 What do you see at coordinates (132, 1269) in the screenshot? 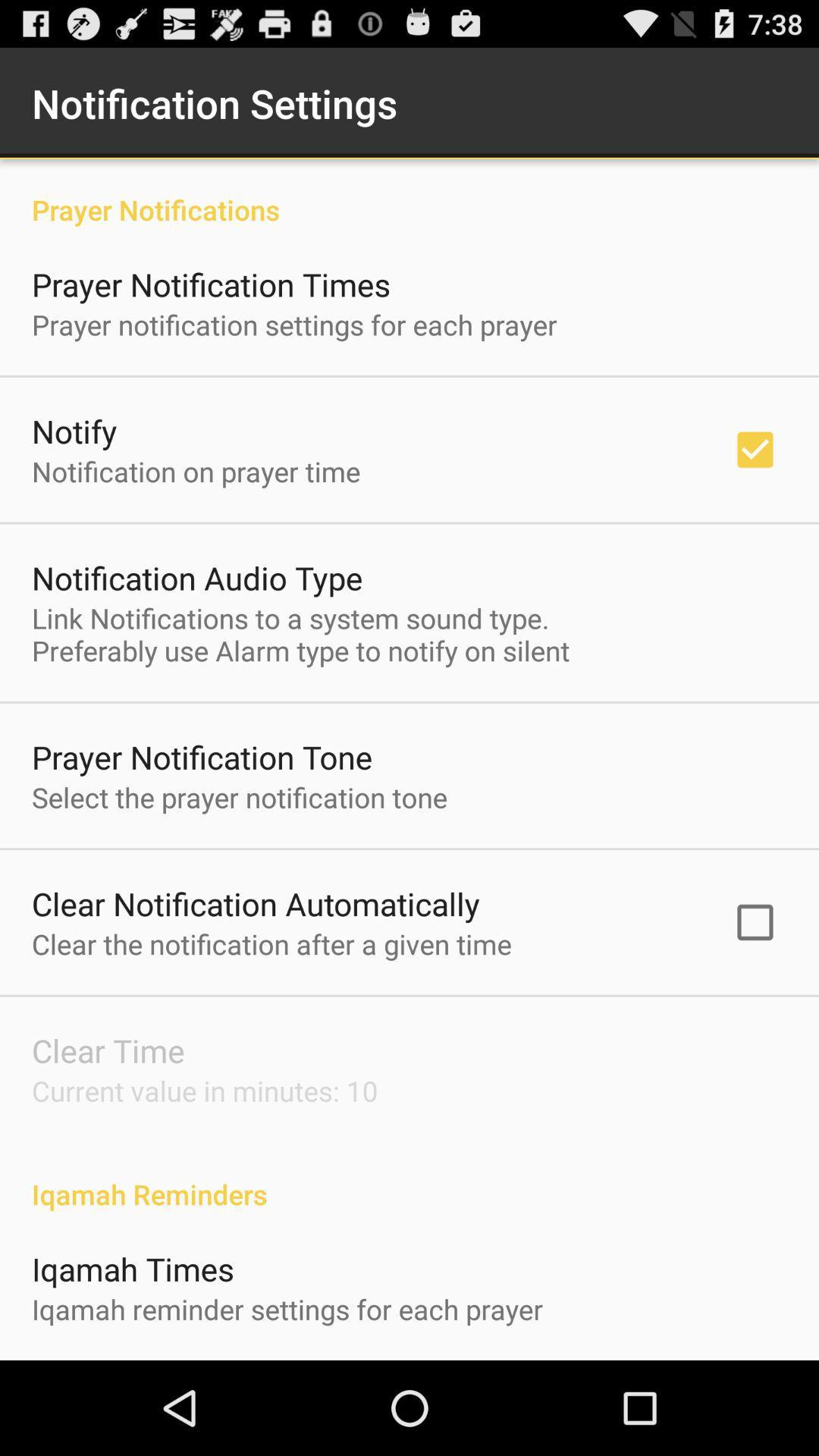
I see `iqamah times app` at bounding box center [132, 1269].